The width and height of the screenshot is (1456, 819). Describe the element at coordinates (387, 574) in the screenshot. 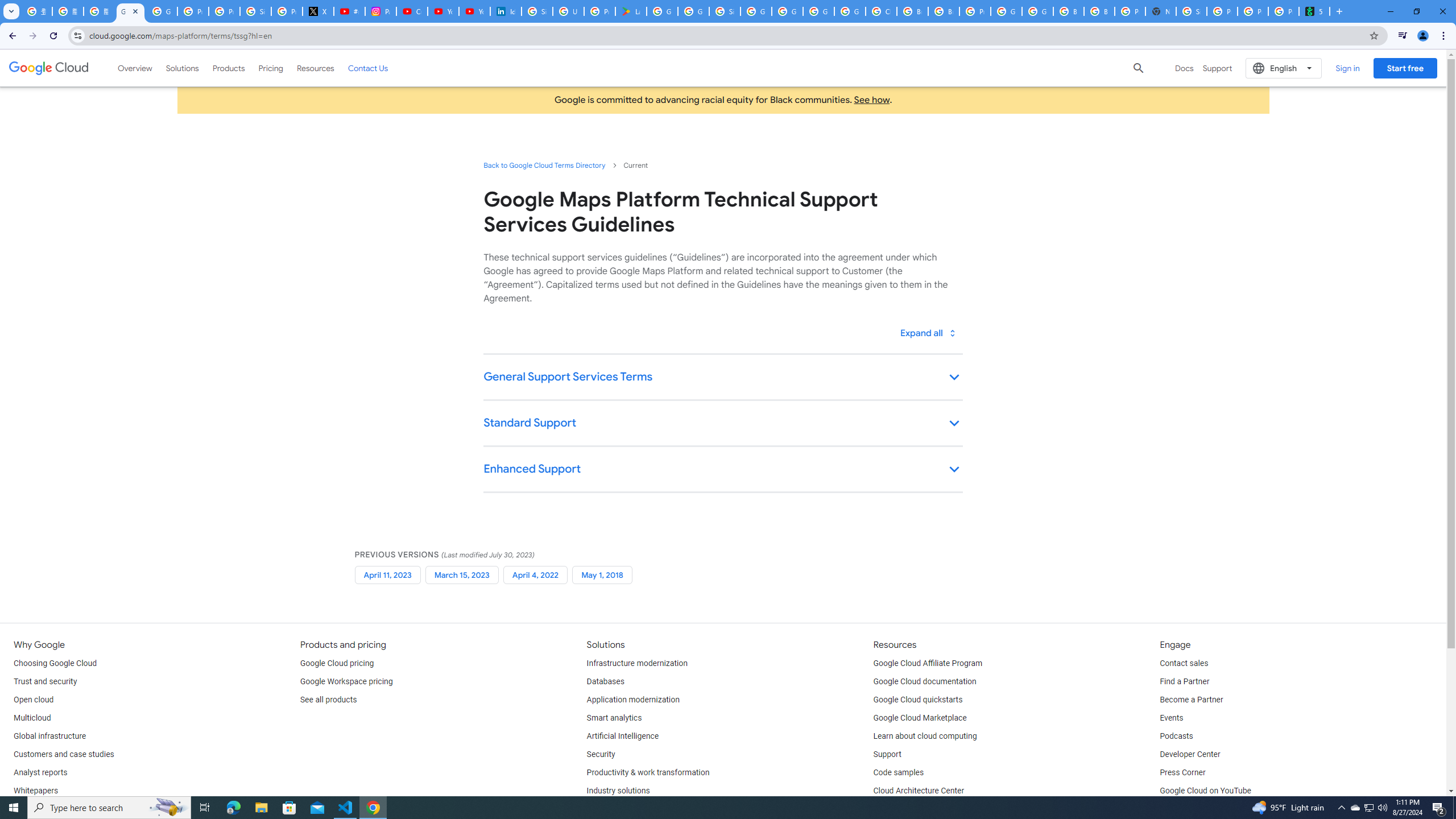

I see `'April 11, 2023'` at that location.